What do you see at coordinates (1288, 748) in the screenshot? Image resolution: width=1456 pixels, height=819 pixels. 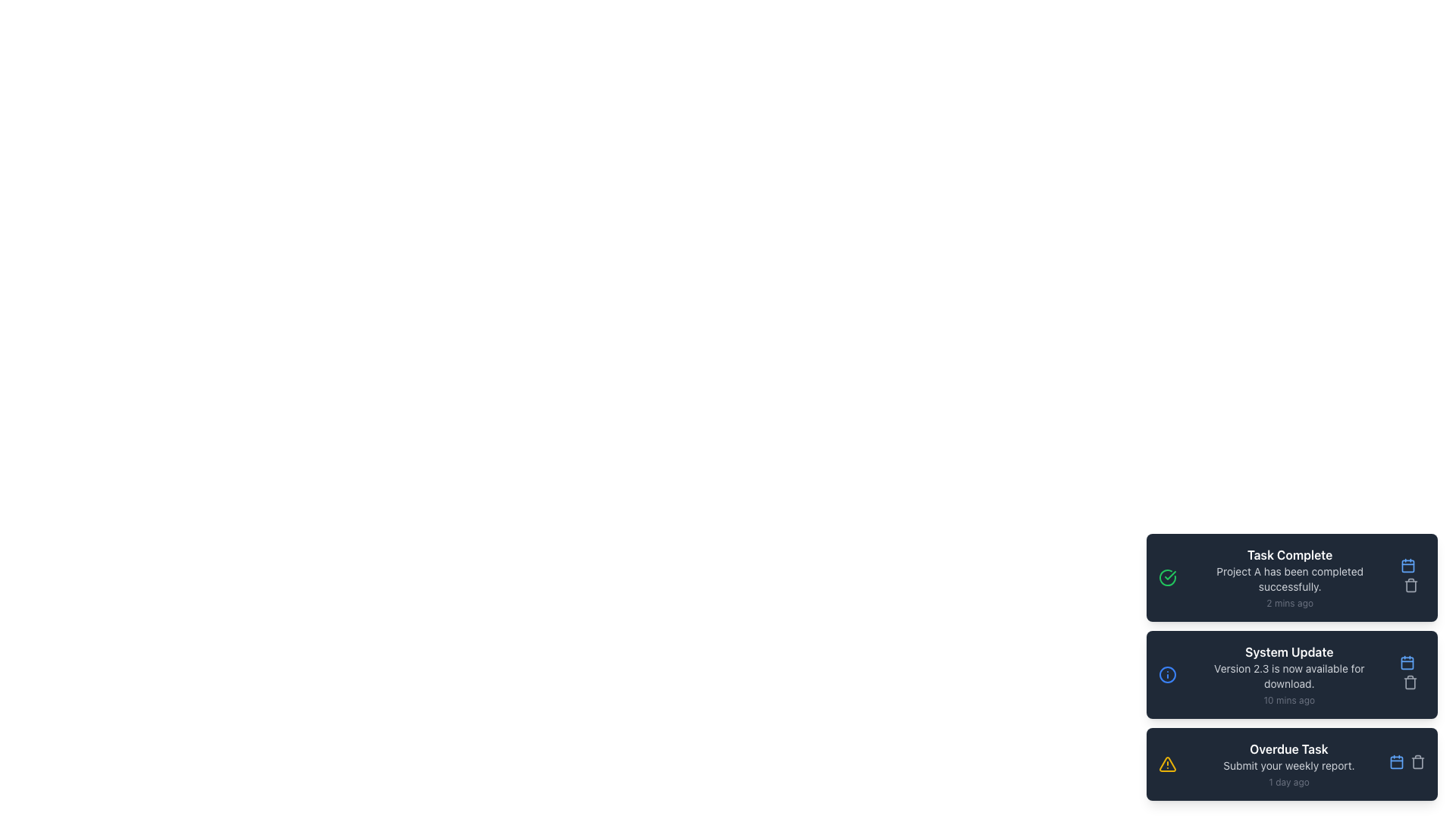 I see `the main title text label of the third notification block, which summarizes the nature of the notification and is located above the smaller text 'Submit your weekly report.'` at bounding box center [1288, 748].